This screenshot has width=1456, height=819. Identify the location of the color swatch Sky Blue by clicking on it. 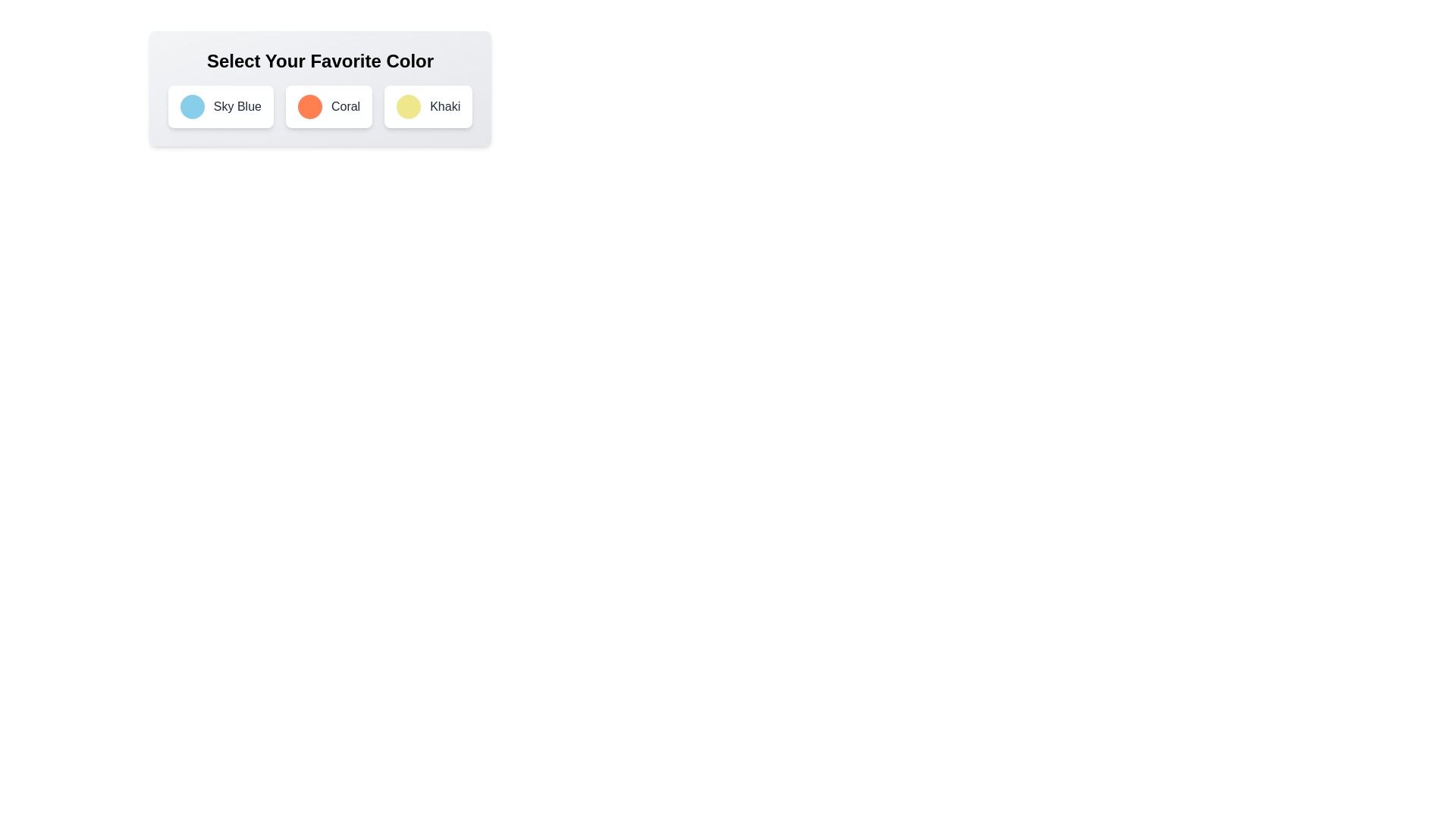
(191, 106).